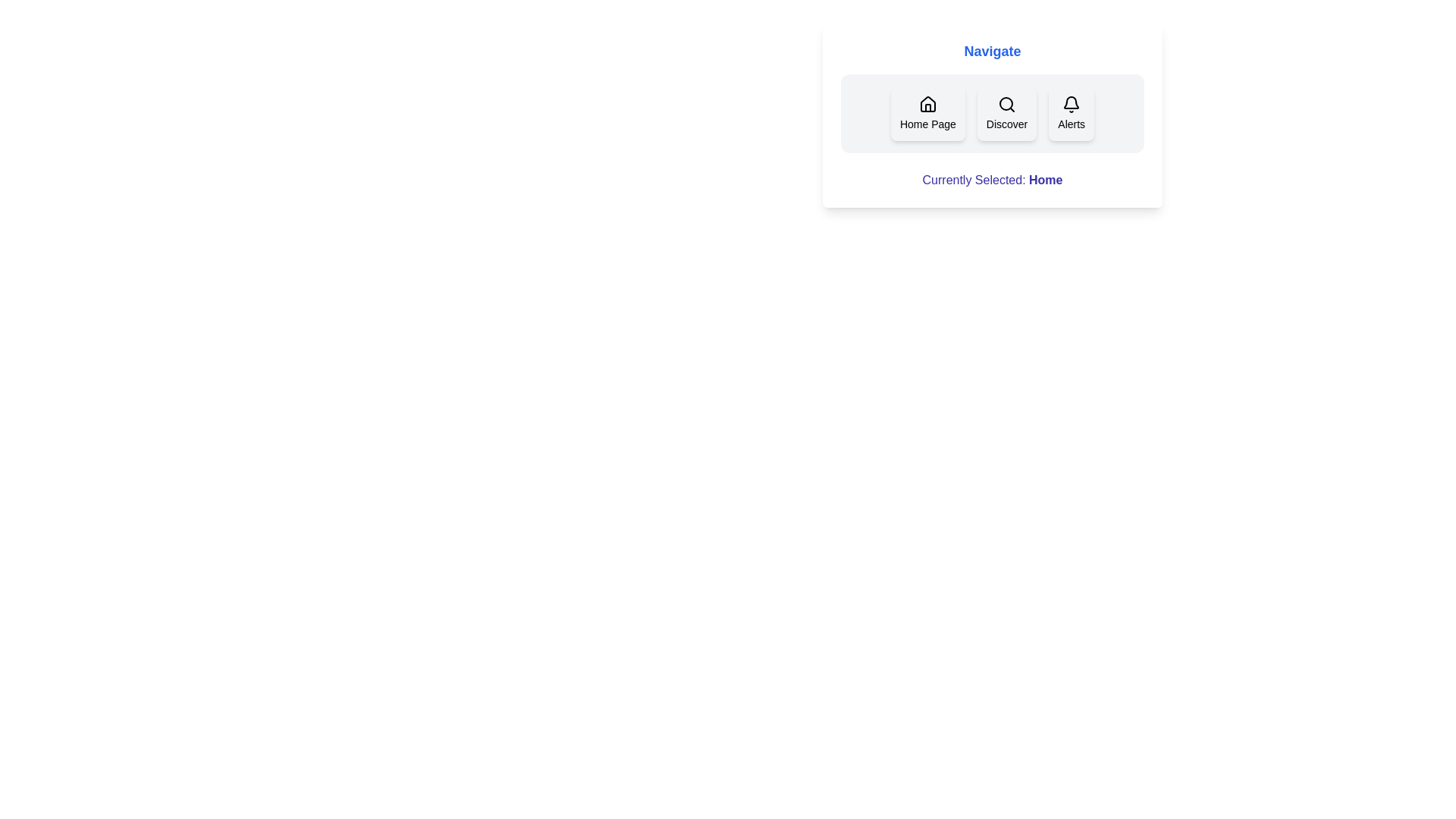 This screenshot has height=819, width=1456. Describe the element at coordinates (927, 103) in the screenshot. I see `the 'Home Page' icon located in the first button of the horizontal navigation bar below the title 'Navigate'` at that location.